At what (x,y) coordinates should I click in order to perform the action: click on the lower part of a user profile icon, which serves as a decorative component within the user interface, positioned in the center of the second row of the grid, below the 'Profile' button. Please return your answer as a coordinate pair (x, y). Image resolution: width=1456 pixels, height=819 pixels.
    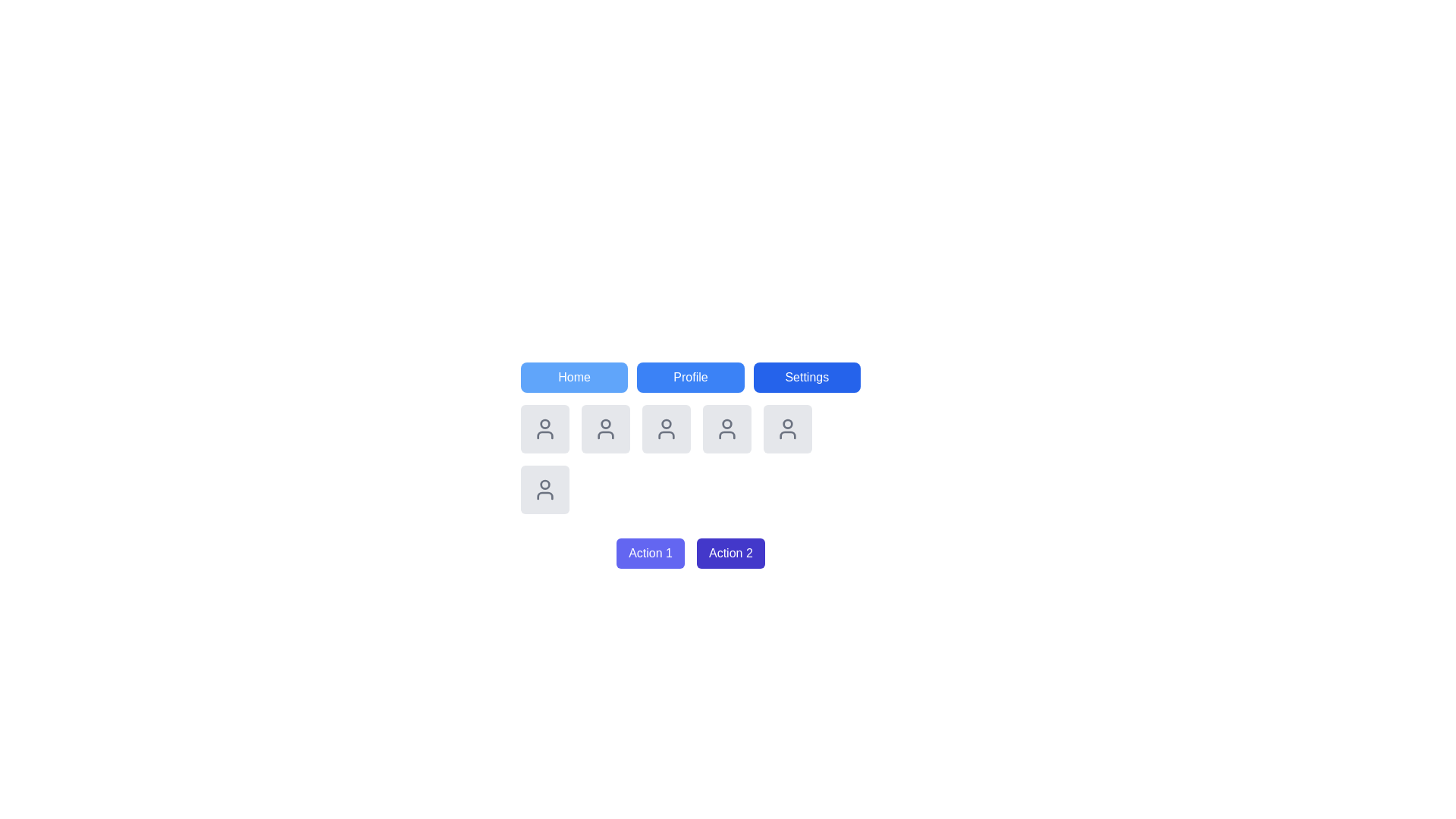
    Looking at the image, I should click on (666, 435).